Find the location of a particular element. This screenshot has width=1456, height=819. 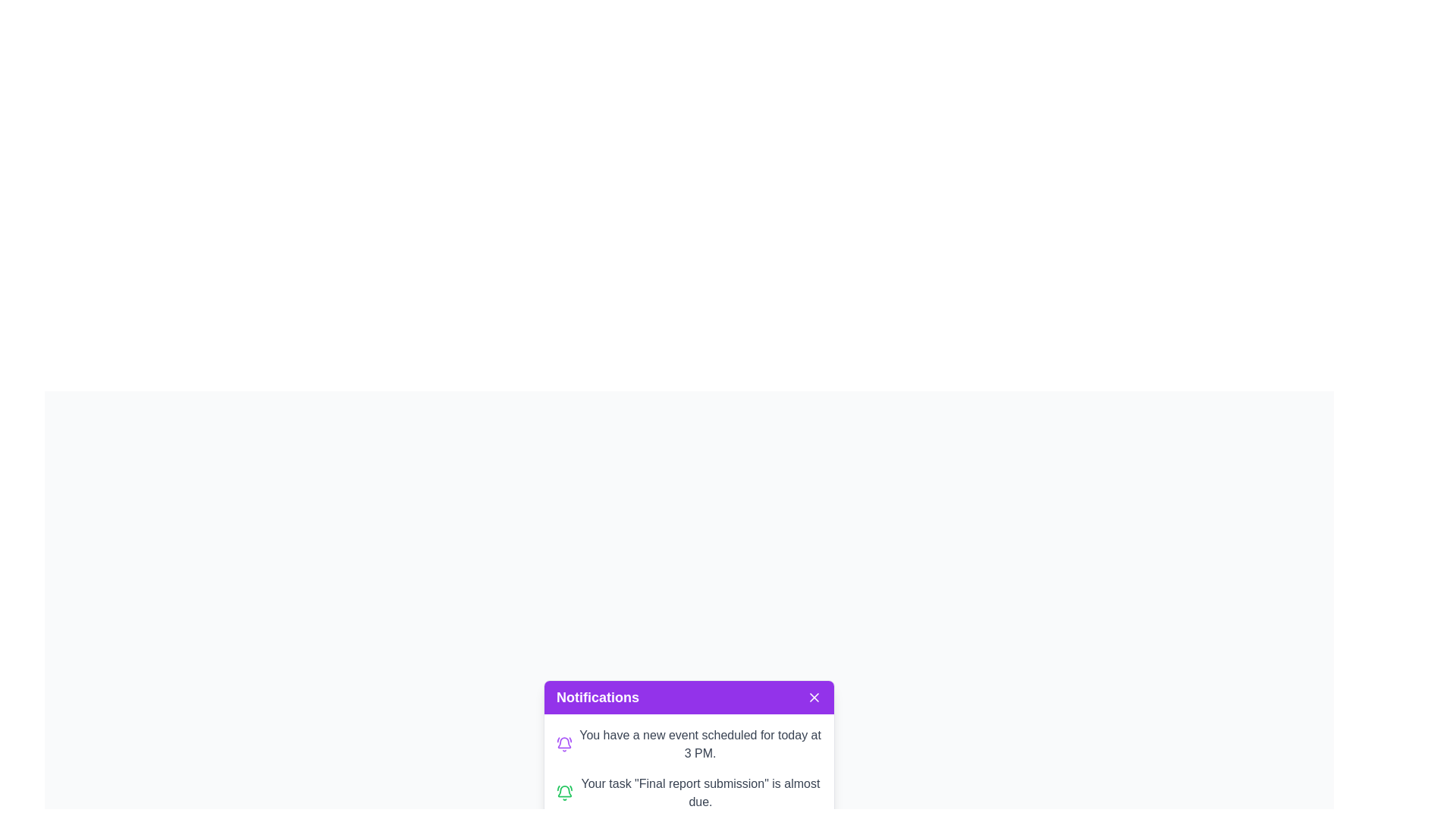

the Close button icon, which resembles a white cross mark (X) located in the top-right corner of a purple notification header is located at coordinates (814, 697).